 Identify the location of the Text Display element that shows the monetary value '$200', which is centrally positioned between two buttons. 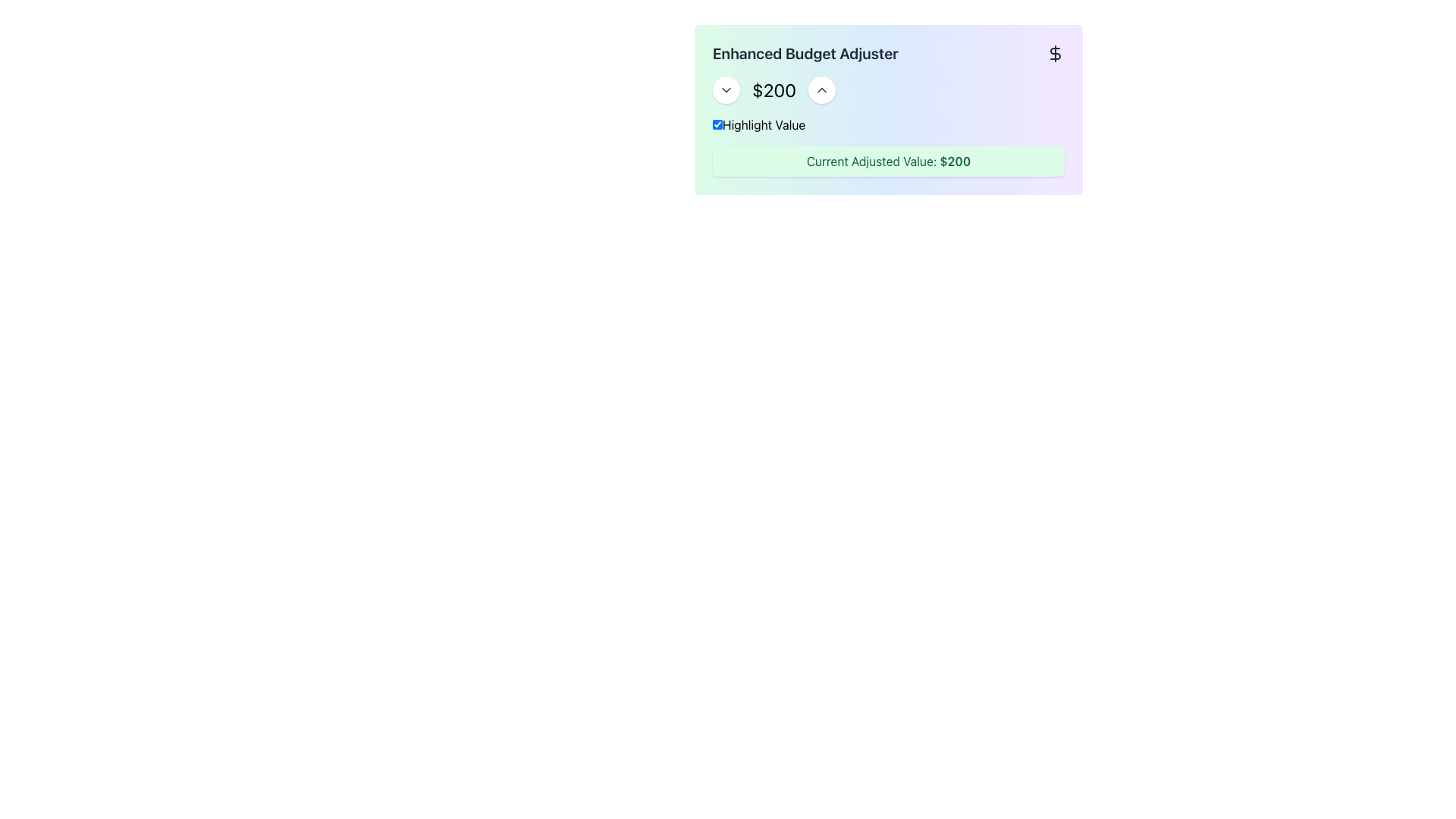
(774, 90).